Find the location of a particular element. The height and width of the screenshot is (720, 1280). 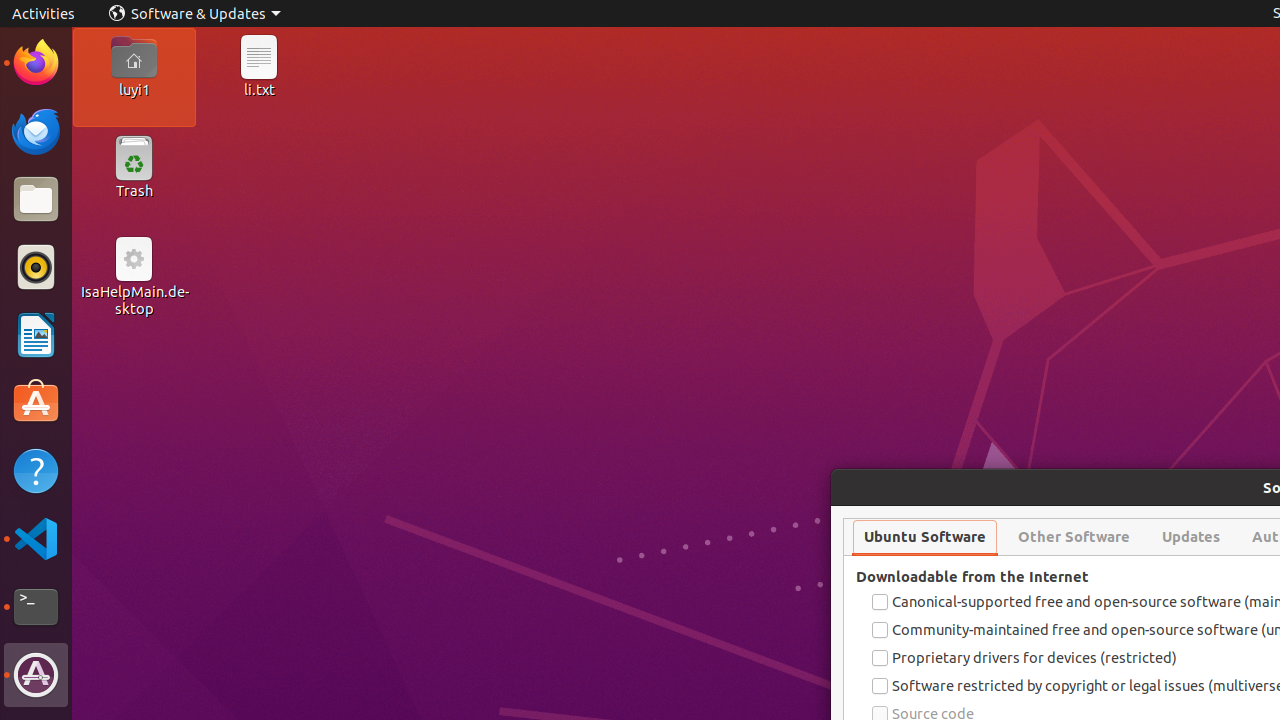

'Terminal' is located at coordinates (35, 606).